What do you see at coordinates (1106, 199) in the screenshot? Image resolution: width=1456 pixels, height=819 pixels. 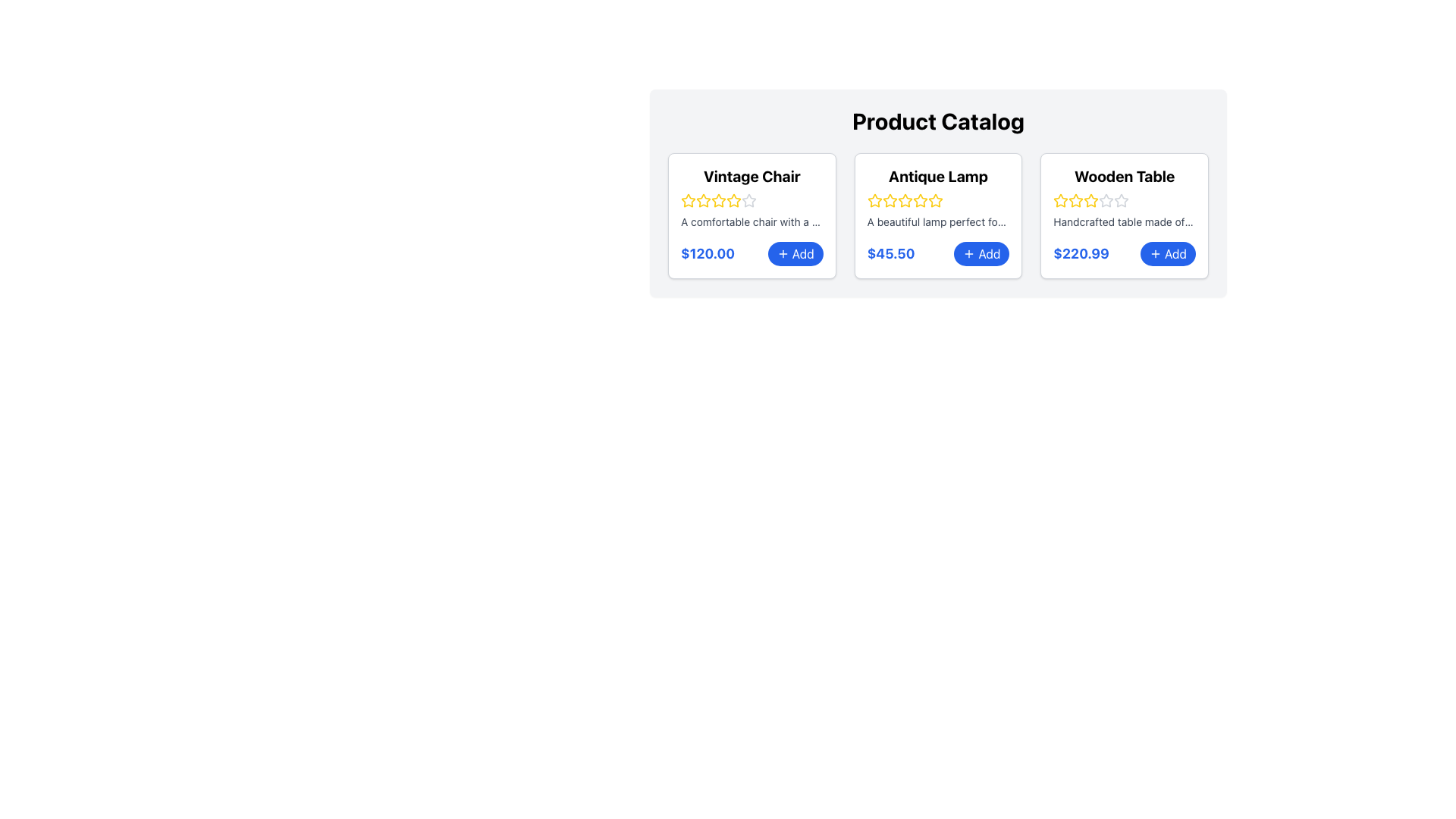 I see `the third star icon in the 5-star rating indicator for the 'Wooden Table' product, which is styled as a disabled or unselected star` at bounding box center [1106, 199].